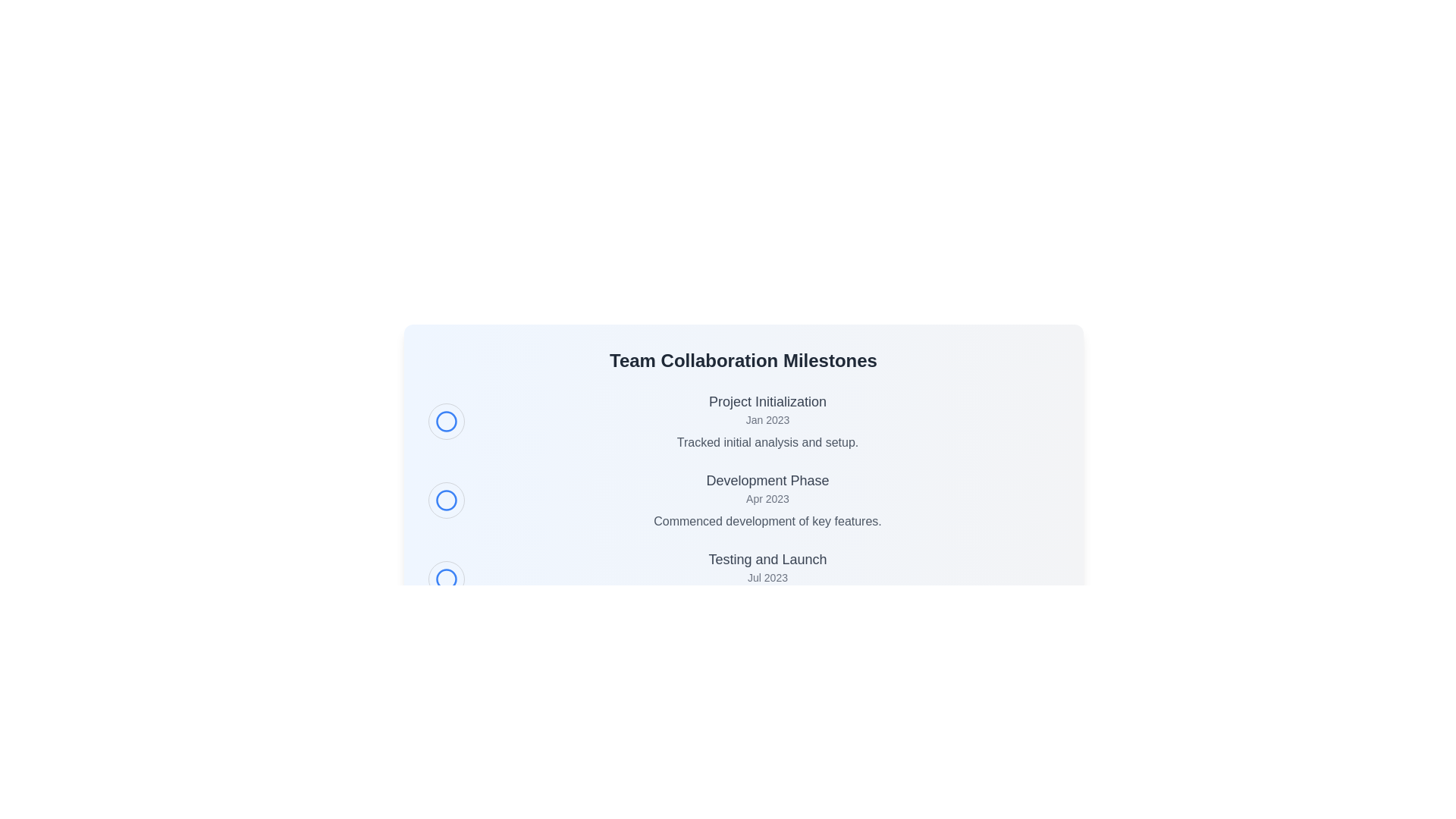  Describe the element at coordinates (767, 442) in the screenshot. I see `the descriptive text summarizing activities related to the milestone, located under the title 'Project Initialization' and the date 'Jan 2023'` at that location.